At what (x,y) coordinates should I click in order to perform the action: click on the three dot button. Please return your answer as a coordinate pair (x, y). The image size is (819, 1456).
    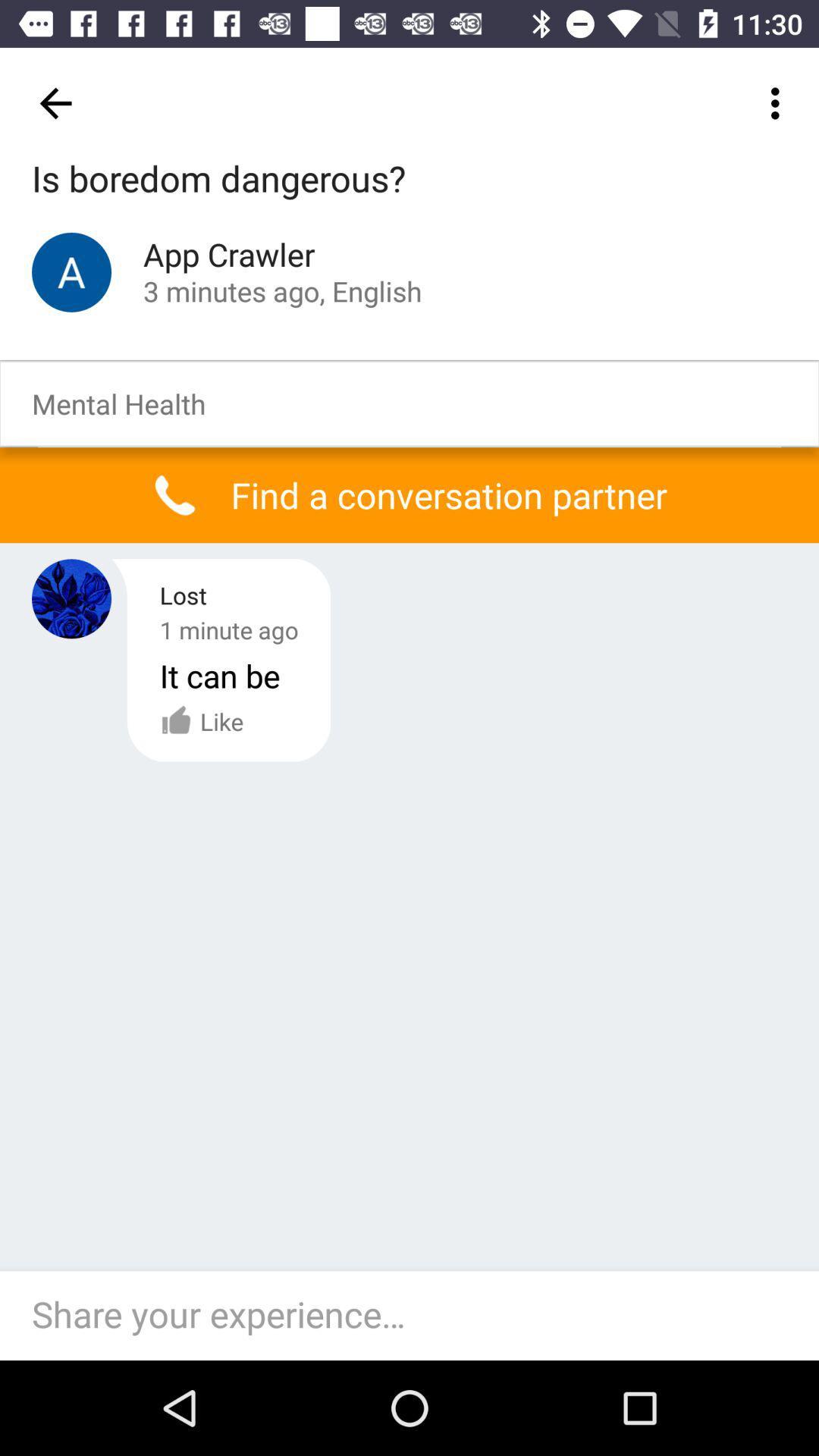
    Looking at the image, I should click on (779, 103).